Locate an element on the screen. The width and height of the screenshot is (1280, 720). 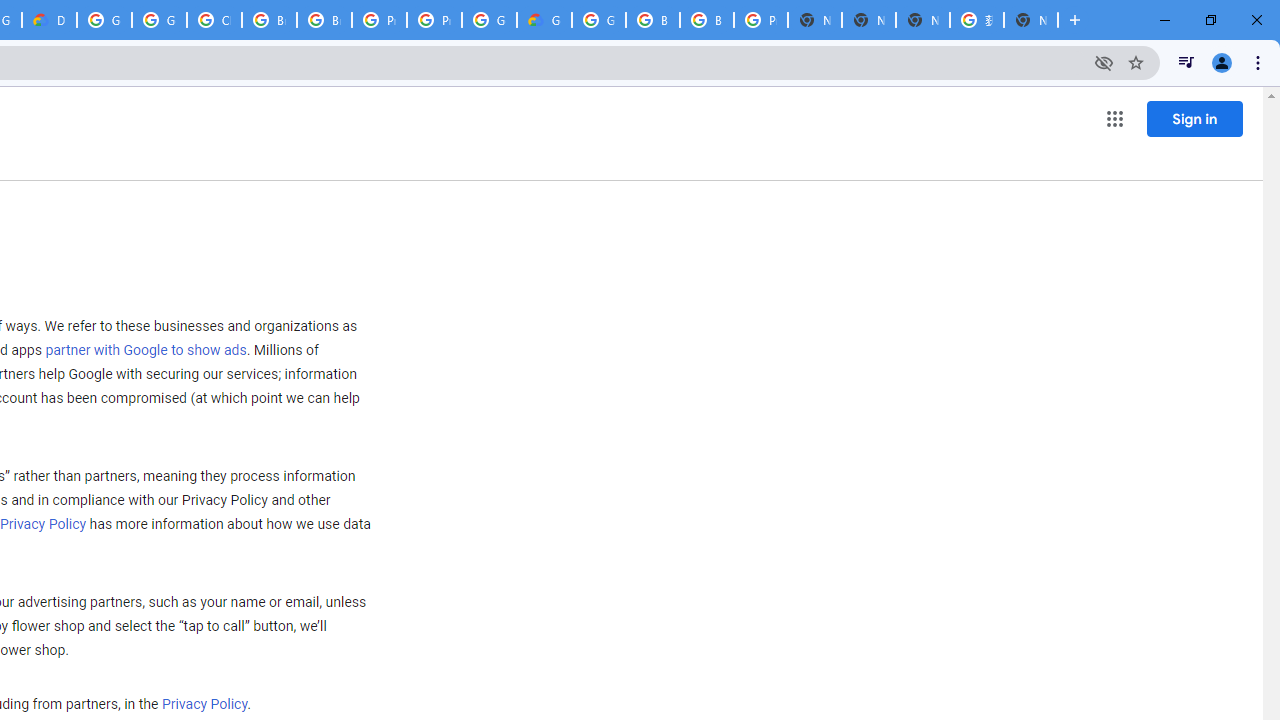
'Google Cloud Platform' is located at coordinates (598, 20).